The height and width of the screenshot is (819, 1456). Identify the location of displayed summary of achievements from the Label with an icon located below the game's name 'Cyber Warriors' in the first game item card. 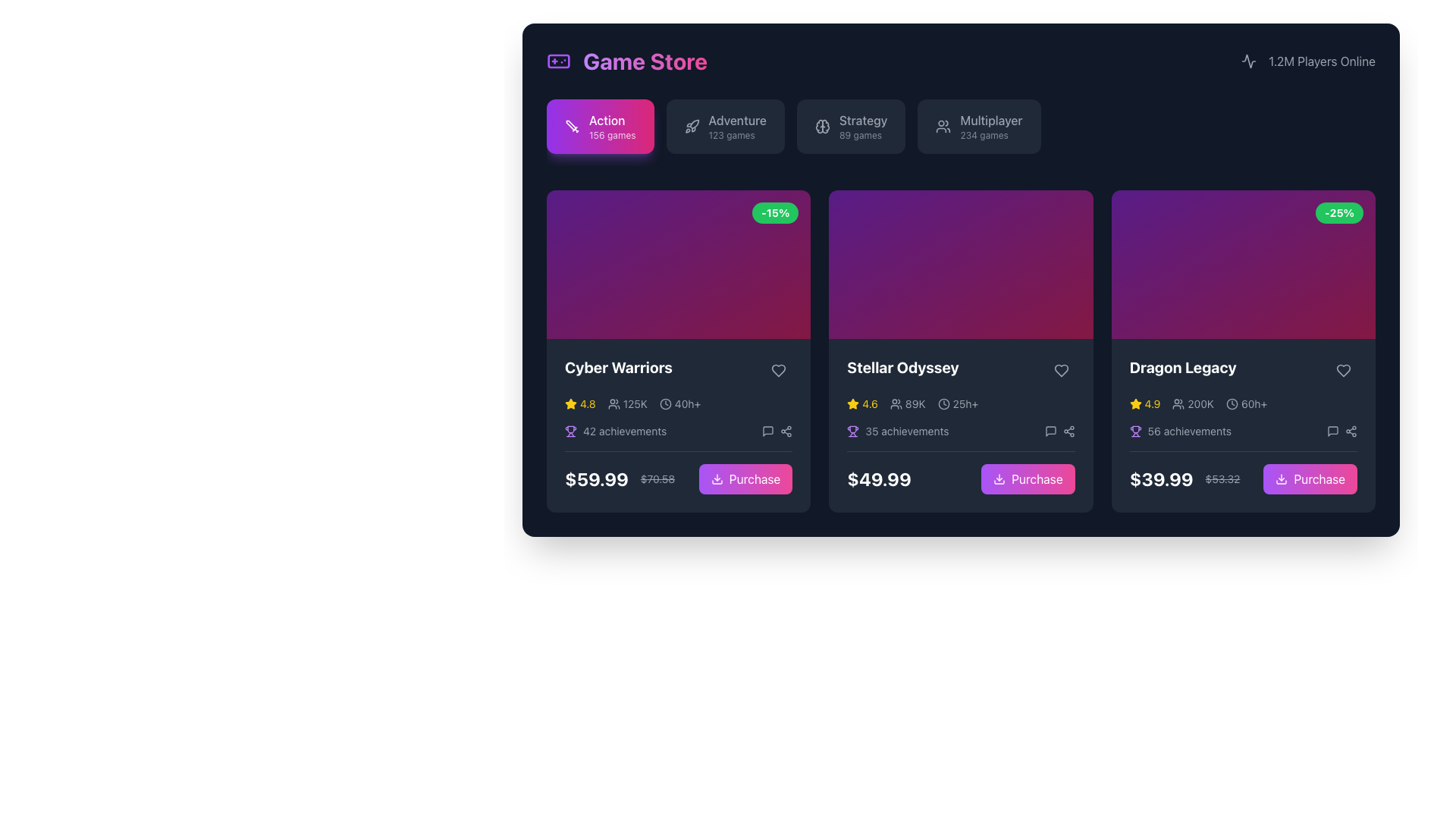
(616, 431).